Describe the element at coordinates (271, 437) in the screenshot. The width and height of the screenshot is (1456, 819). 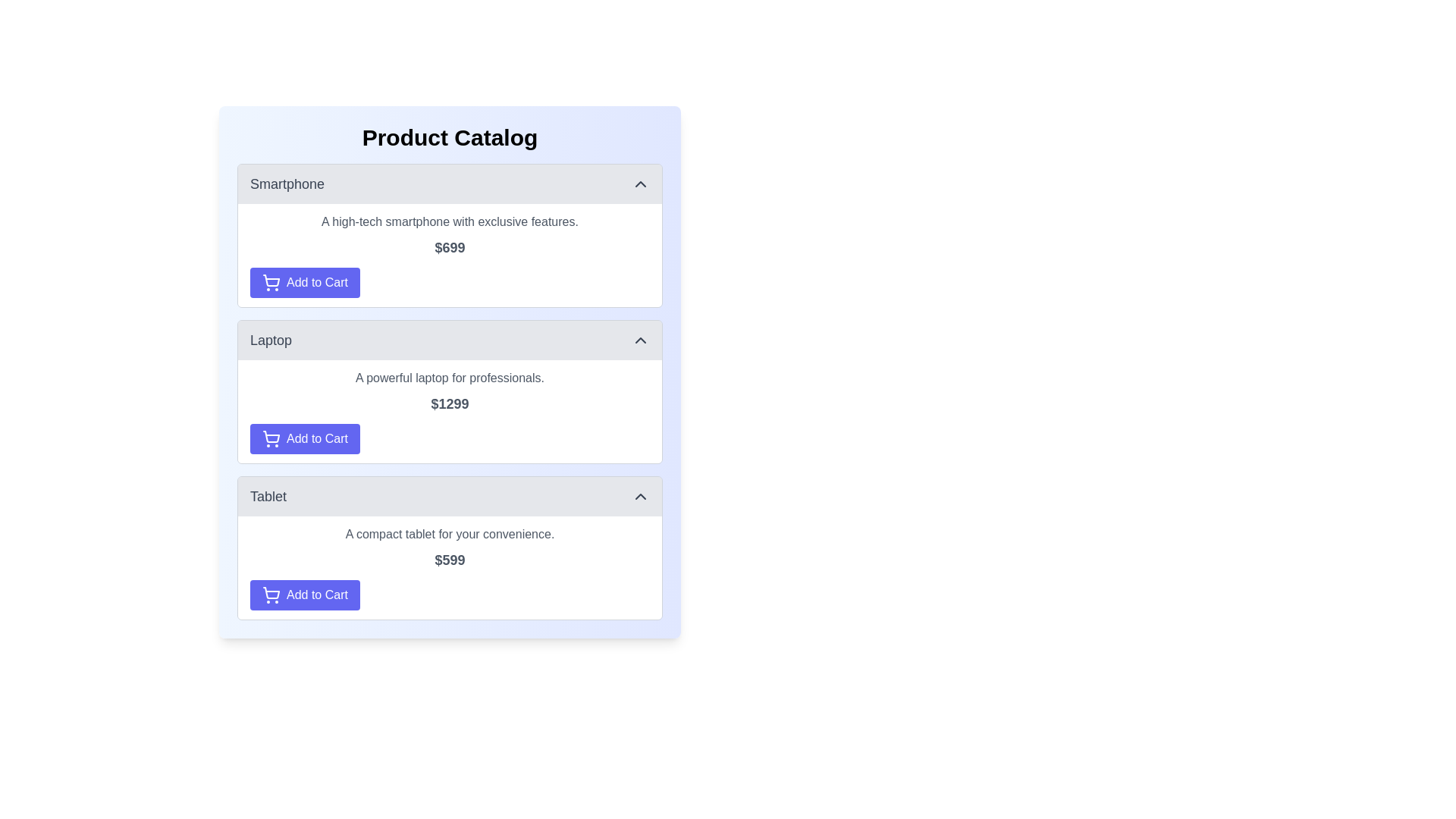
I see `the 'Add to Cart' icon for the Laptop product, which is represented by a shopping cart symbol` at that location.